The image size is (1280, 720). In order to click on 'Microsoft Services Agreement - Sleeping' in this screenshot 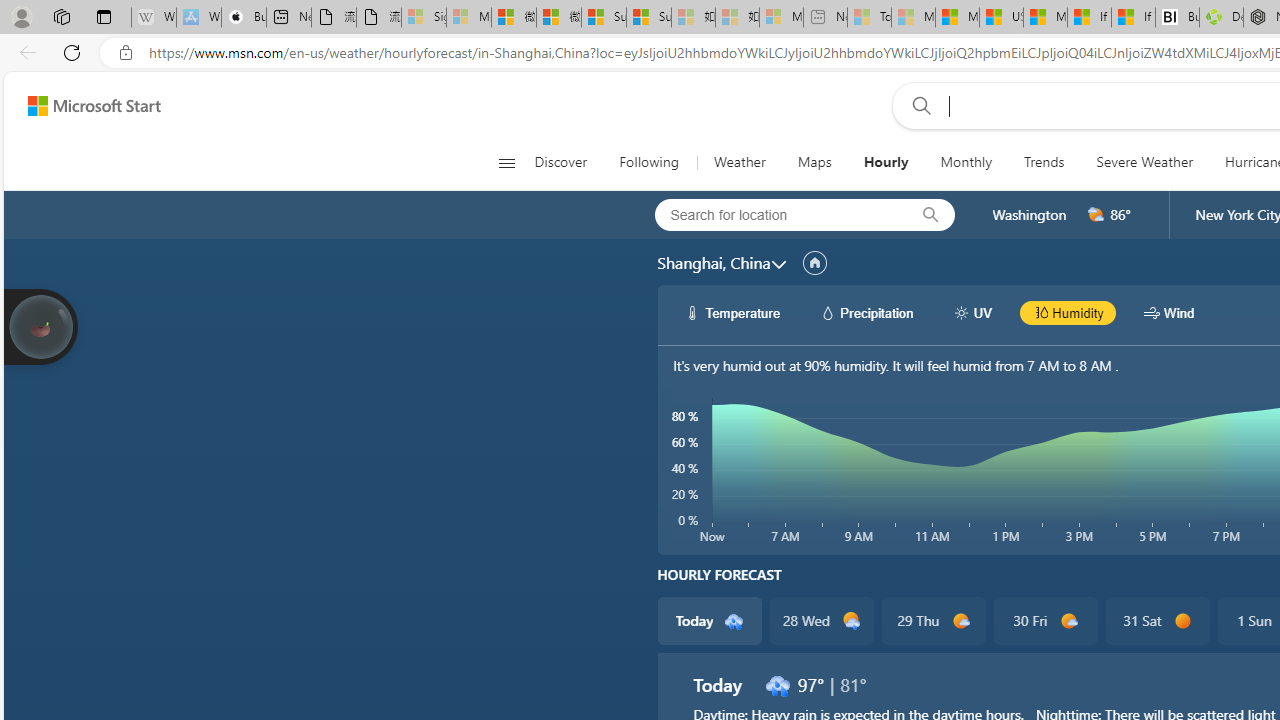, I will do `click(468, 17)`.